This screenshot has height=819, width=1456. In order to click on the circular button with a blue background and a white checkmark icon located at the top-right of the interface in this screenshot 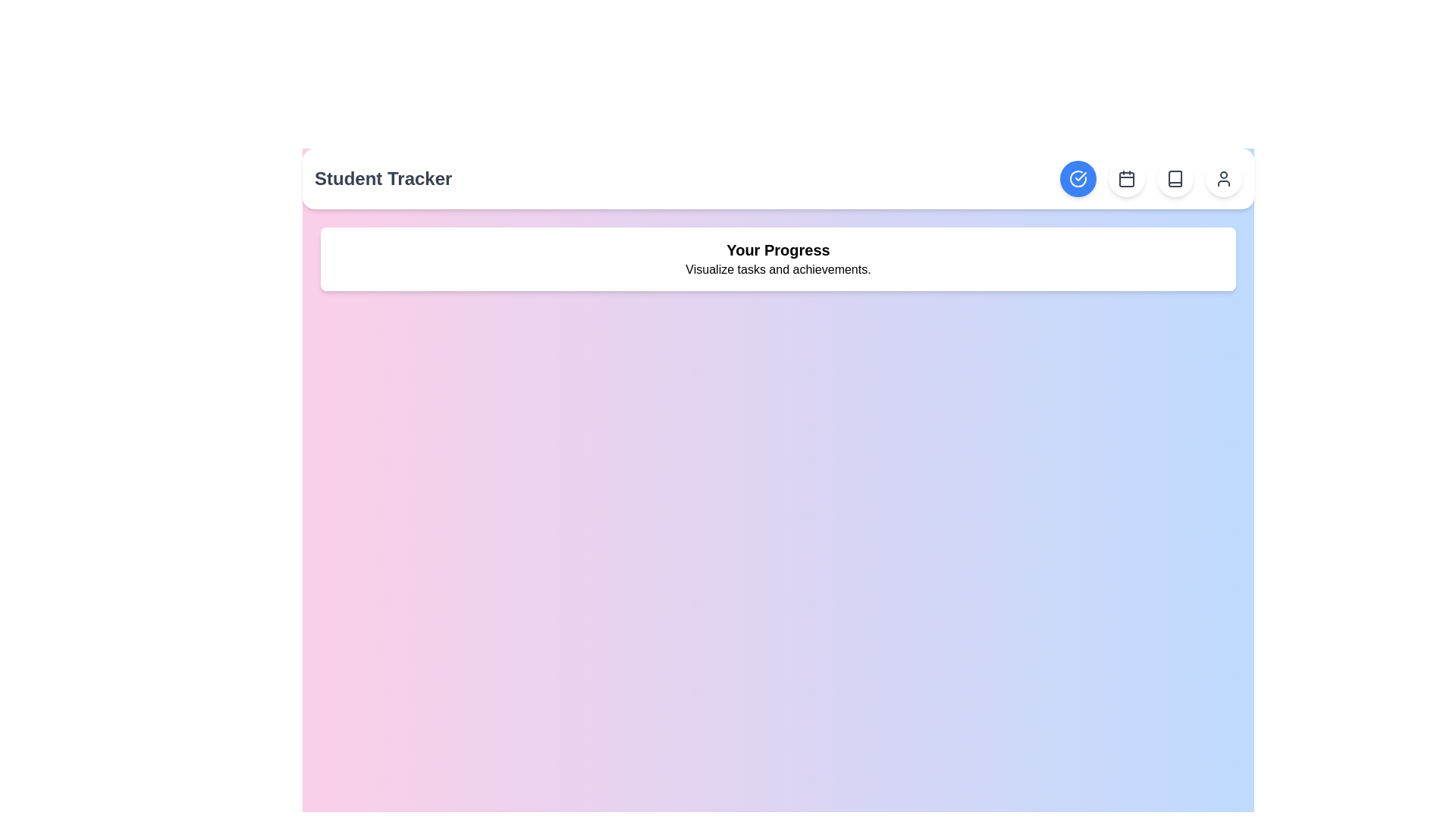, I will do `click(1077, 177)`.